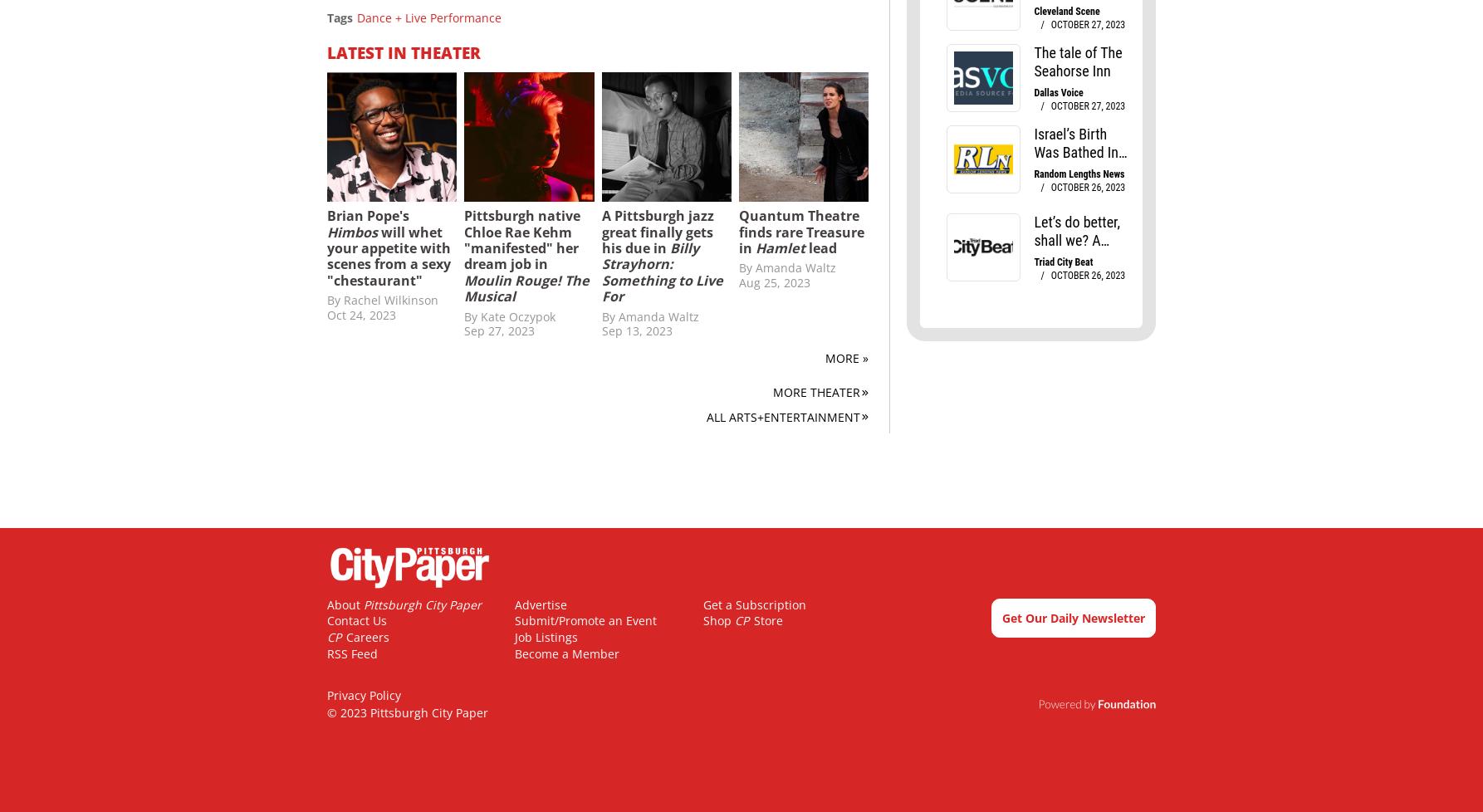  I want to click on 'will whet your appetite with scenes from a sexy "chestaurant"', so click(388, 254).